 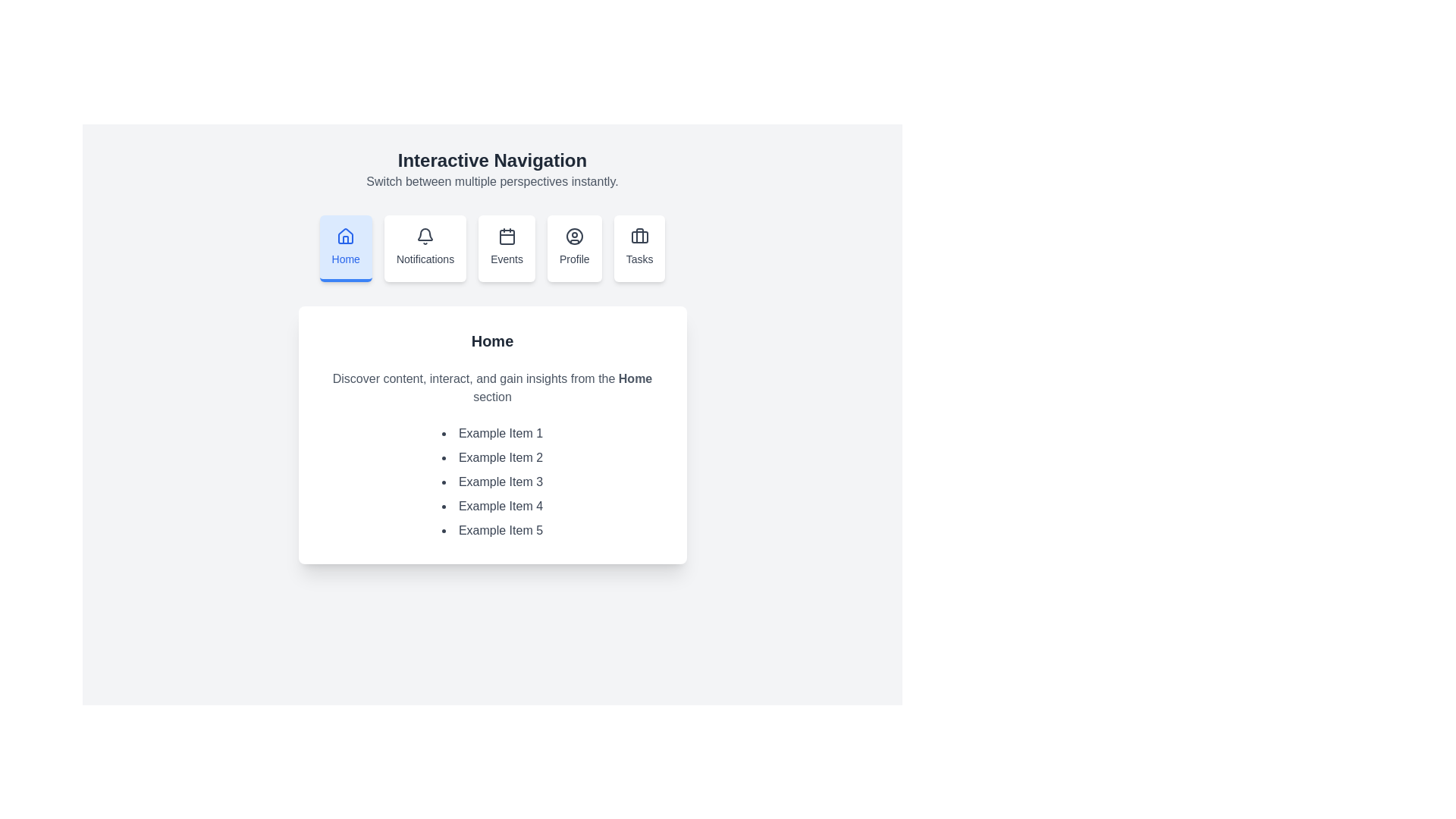 I want to click on the briefcase icon within the 'Tasks' button in the top navigation bar, so click(x=639, y=237).